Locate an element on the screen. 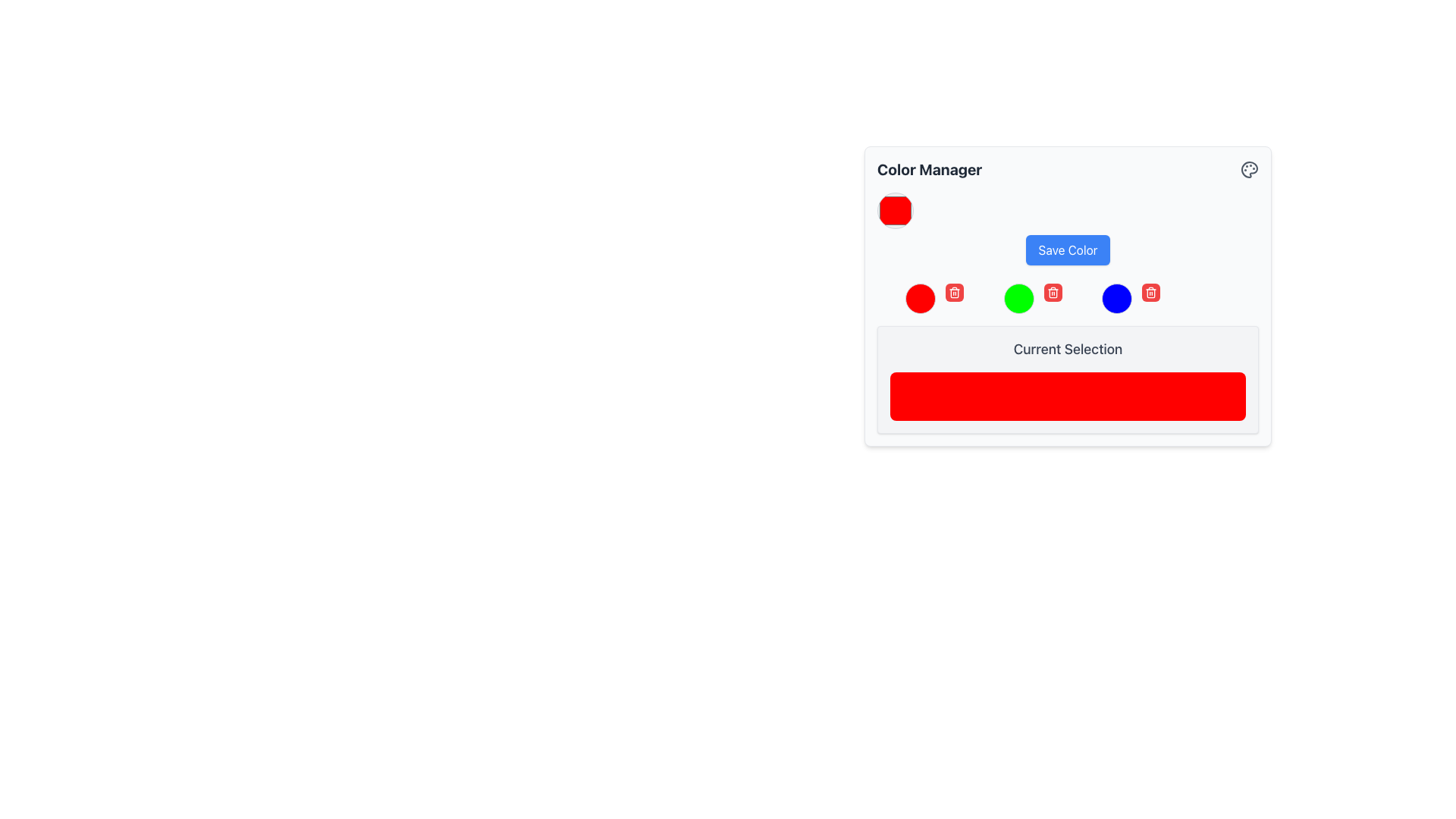  the blue circular color swatch located as the fourth item in the 'Color Manager' section is located at coordinates (1117, 298).